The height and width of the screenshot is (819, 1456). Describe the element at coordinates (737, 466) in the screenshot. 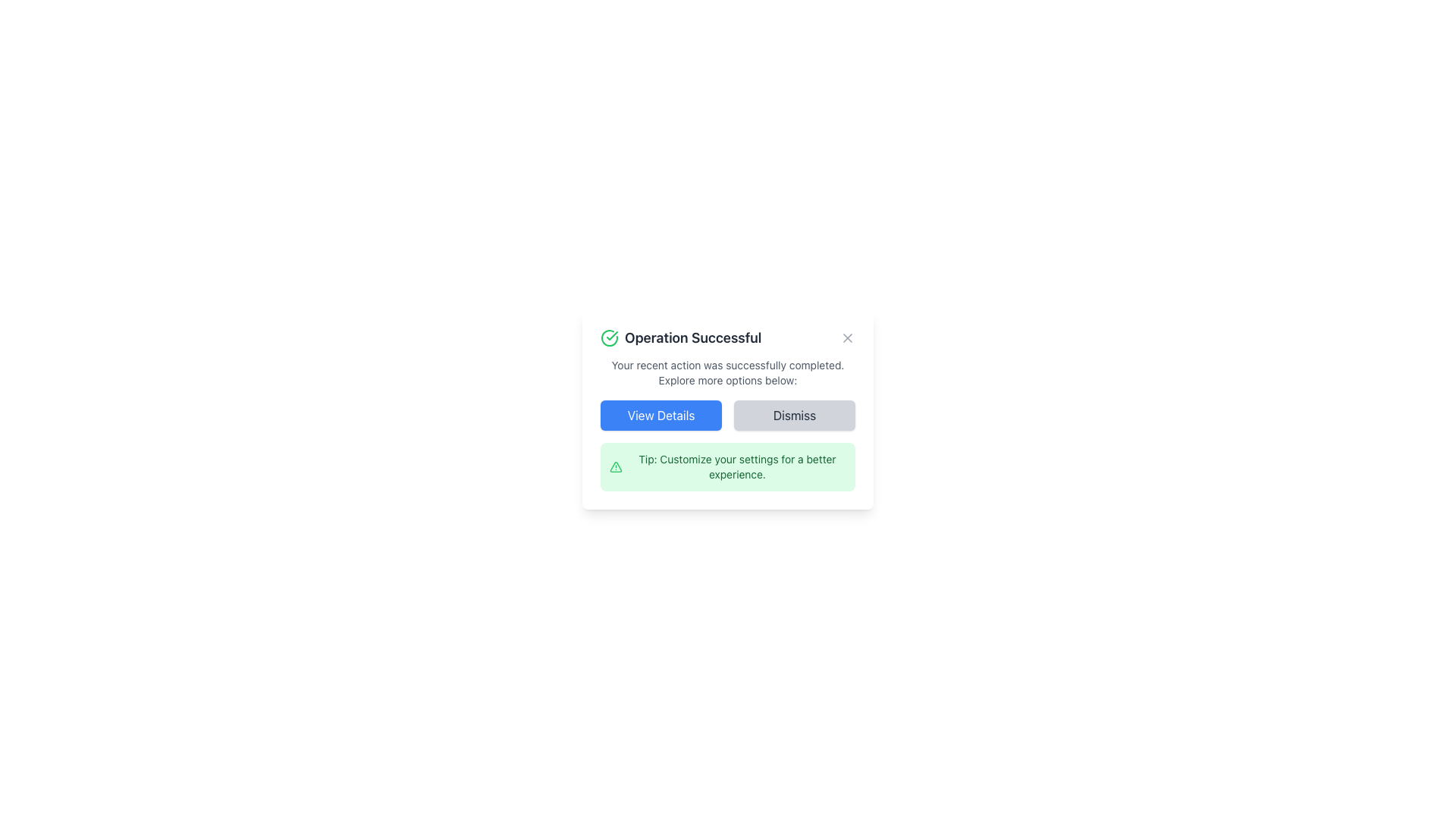

I see `the text label displaying 'Tip: Customize your settings for a better experience.' which is styled with a small font size and a green color, located in a green-highlighted notification box near the center-bottom of the interface` at that location.